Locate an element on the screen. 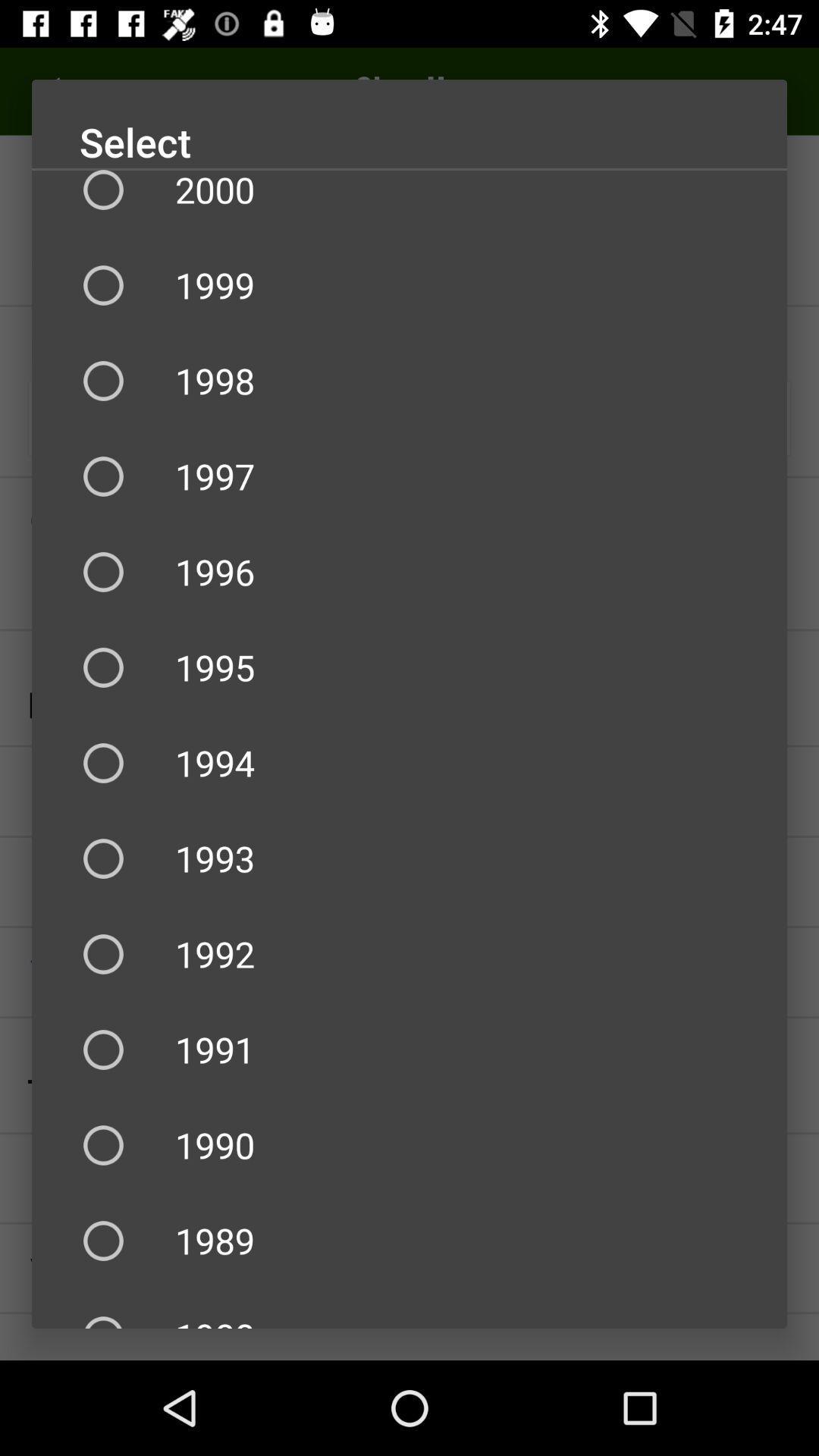  the 1998 is located at coordinates (409, 381).